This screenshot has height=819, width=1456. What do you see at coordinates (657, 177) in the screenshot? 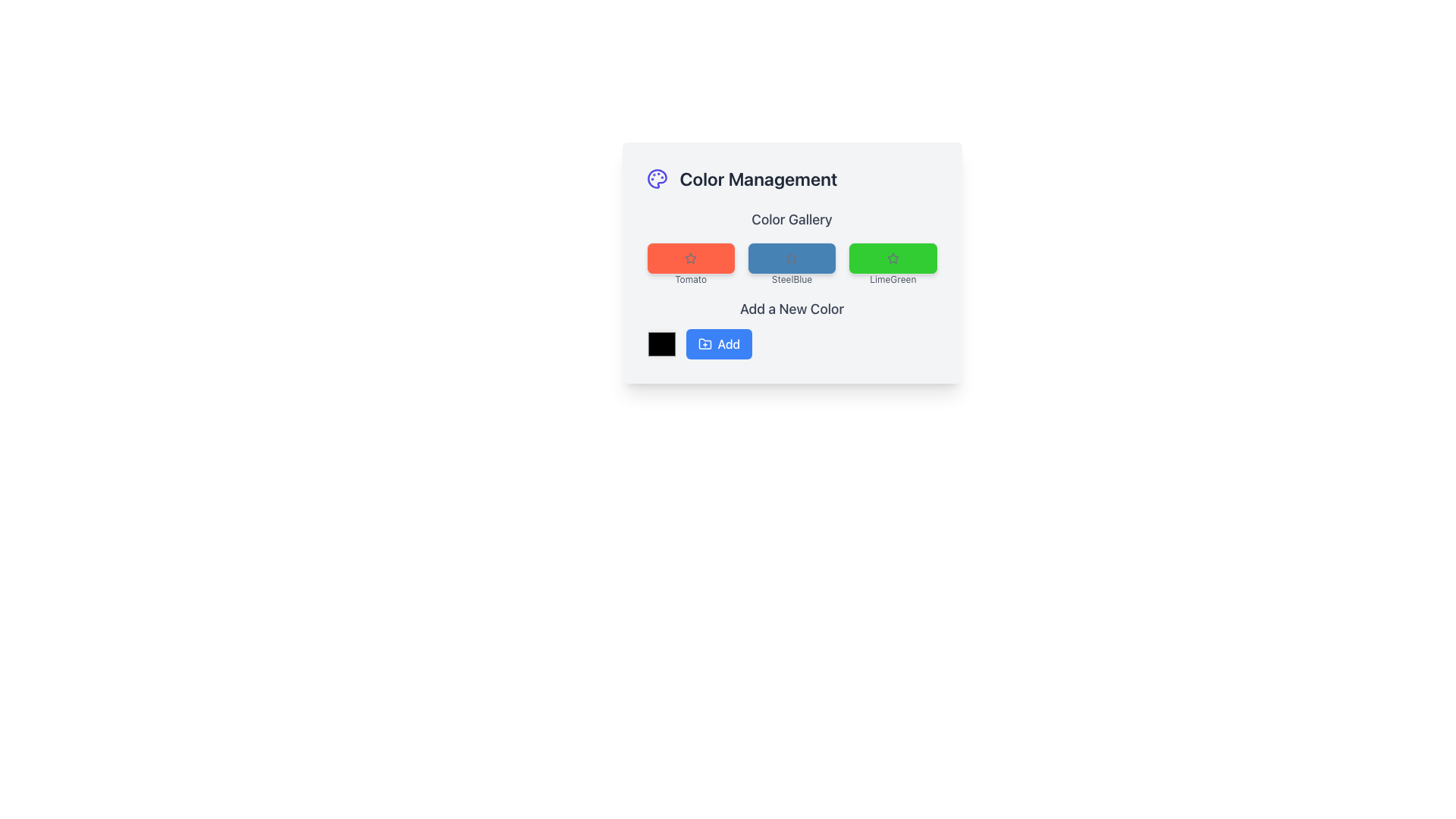
I see `the color management icon located in the top-left corner of the 'Color Management' section, which serves as a visual marker for color management functionality` at bounding box center [657, 177].